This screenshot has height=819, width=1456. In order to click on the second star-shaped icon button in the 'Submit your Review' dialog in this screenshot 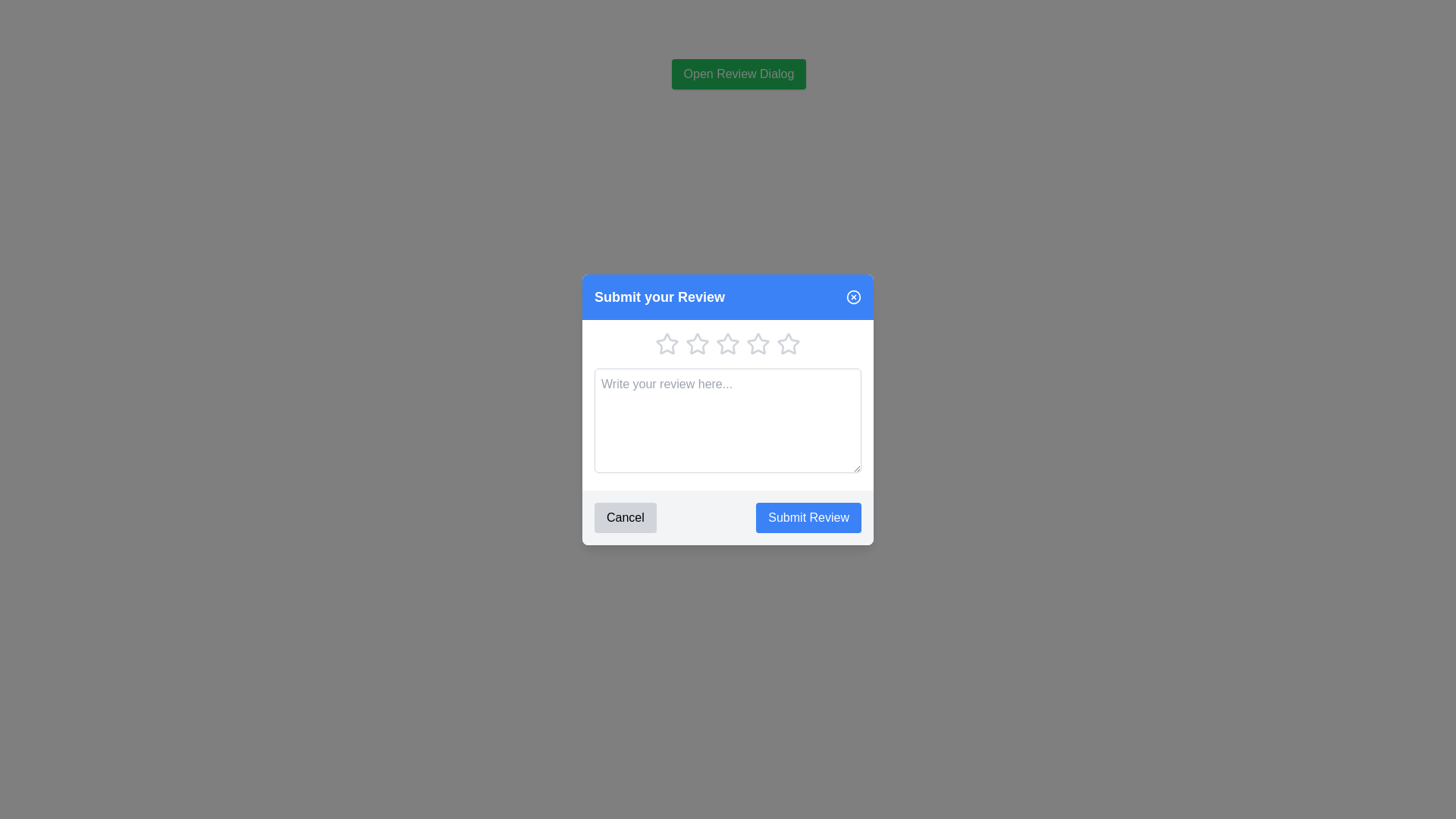, I will do `click(697, 344)`.